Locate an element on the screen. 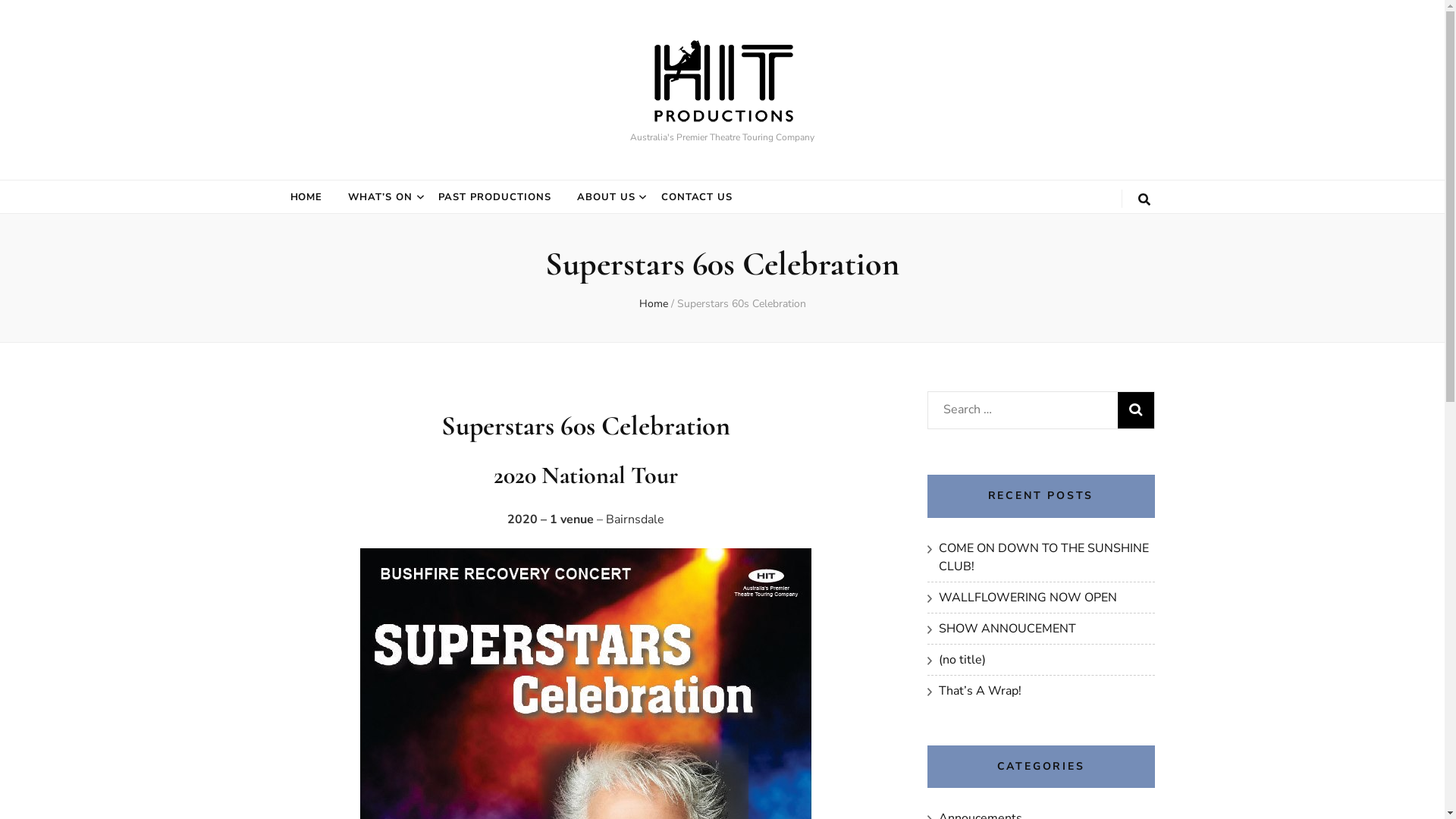 This screenshot has width=1456, height=819. '(no title)' is located at coordinates (961, 659).